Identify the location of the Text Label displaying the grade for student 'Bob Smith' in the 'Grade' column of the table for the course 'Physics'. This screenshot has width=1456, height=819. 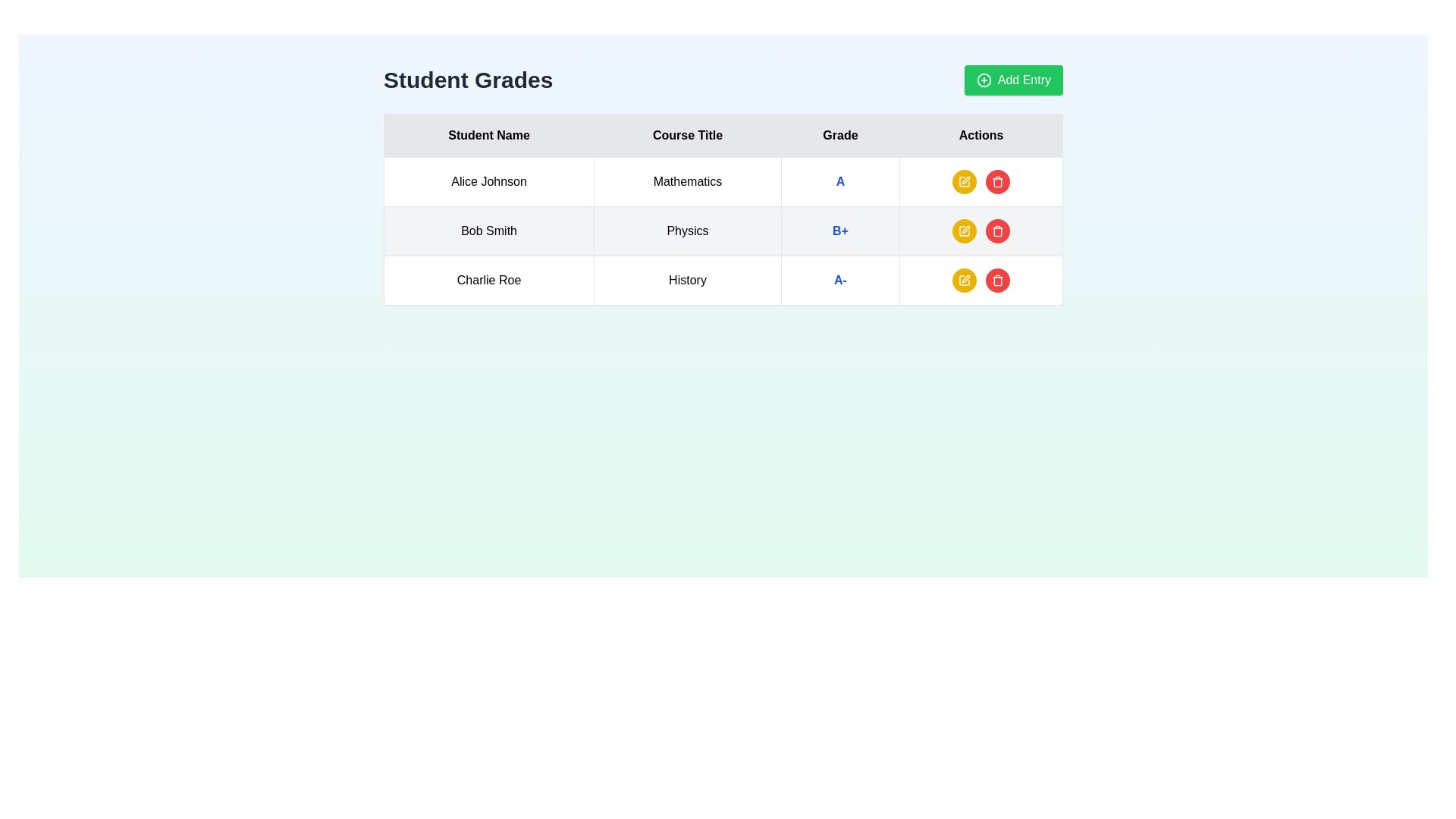
(839, 231).